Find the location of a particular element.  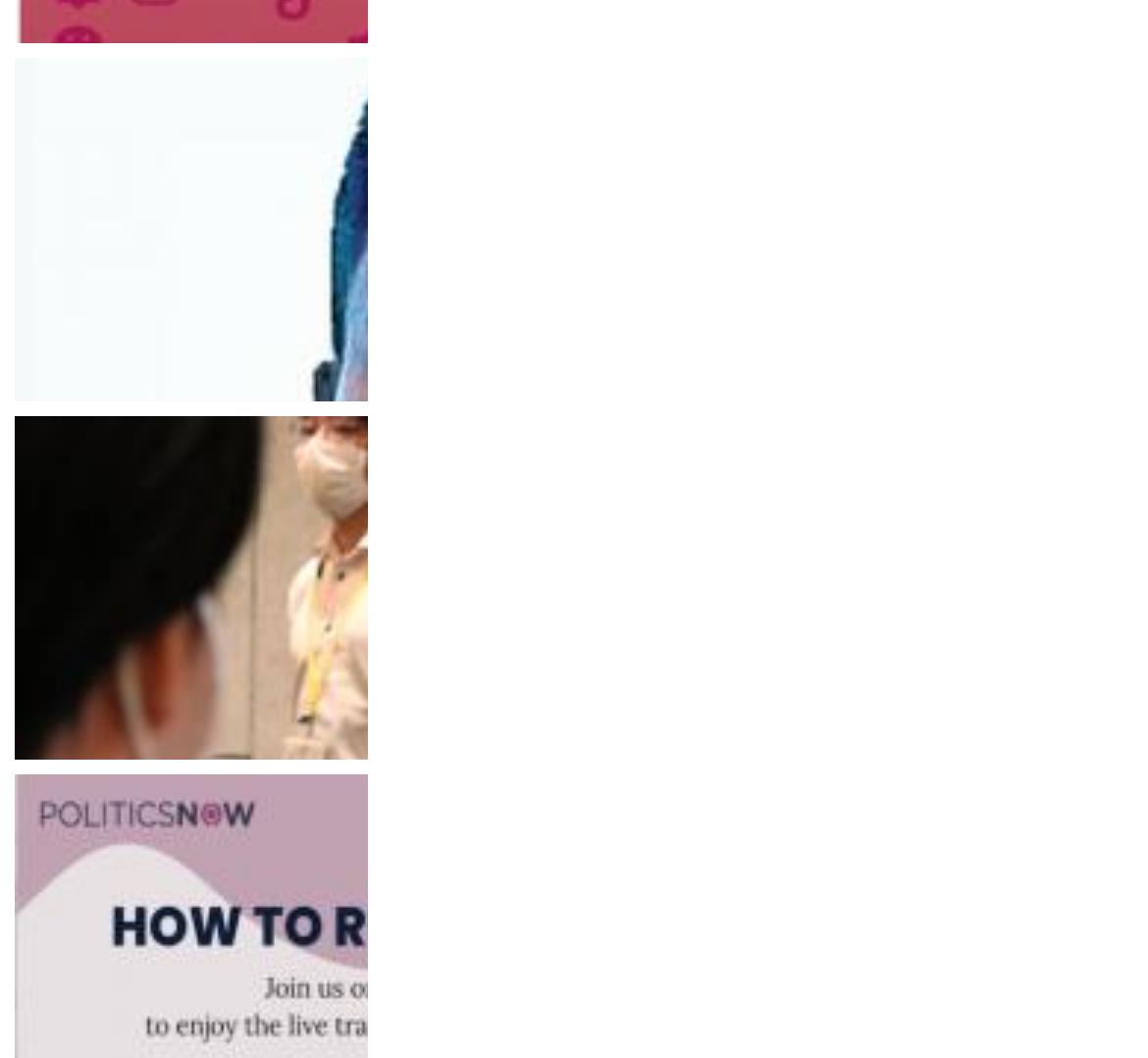

'Raseef22' is located at coordinates (59, 101).